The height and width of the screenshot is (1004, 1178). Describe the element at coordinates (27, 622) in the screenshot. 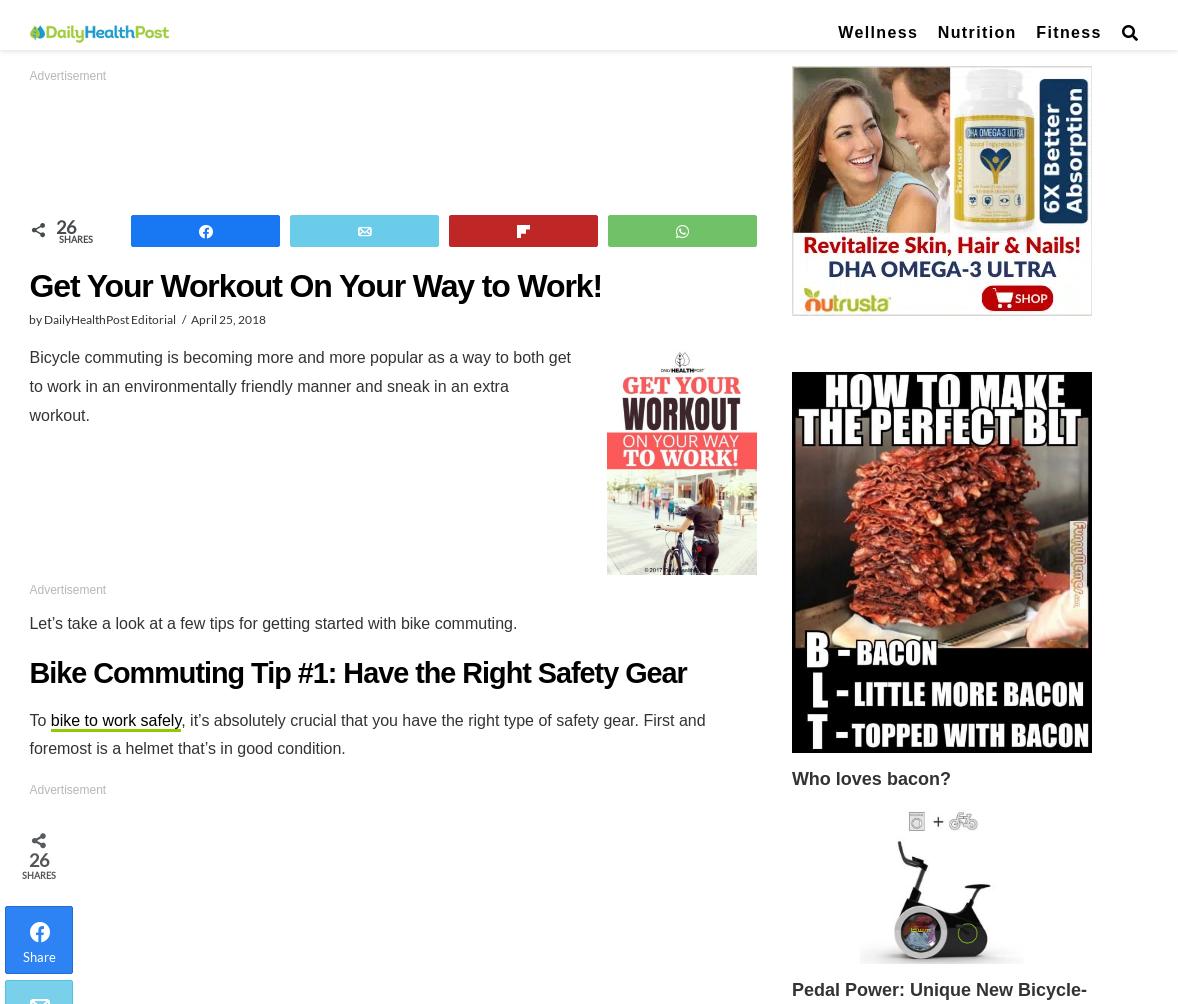

I see `'Let’s take a look at a few tips for getting started with bike commuting.'` at that location.